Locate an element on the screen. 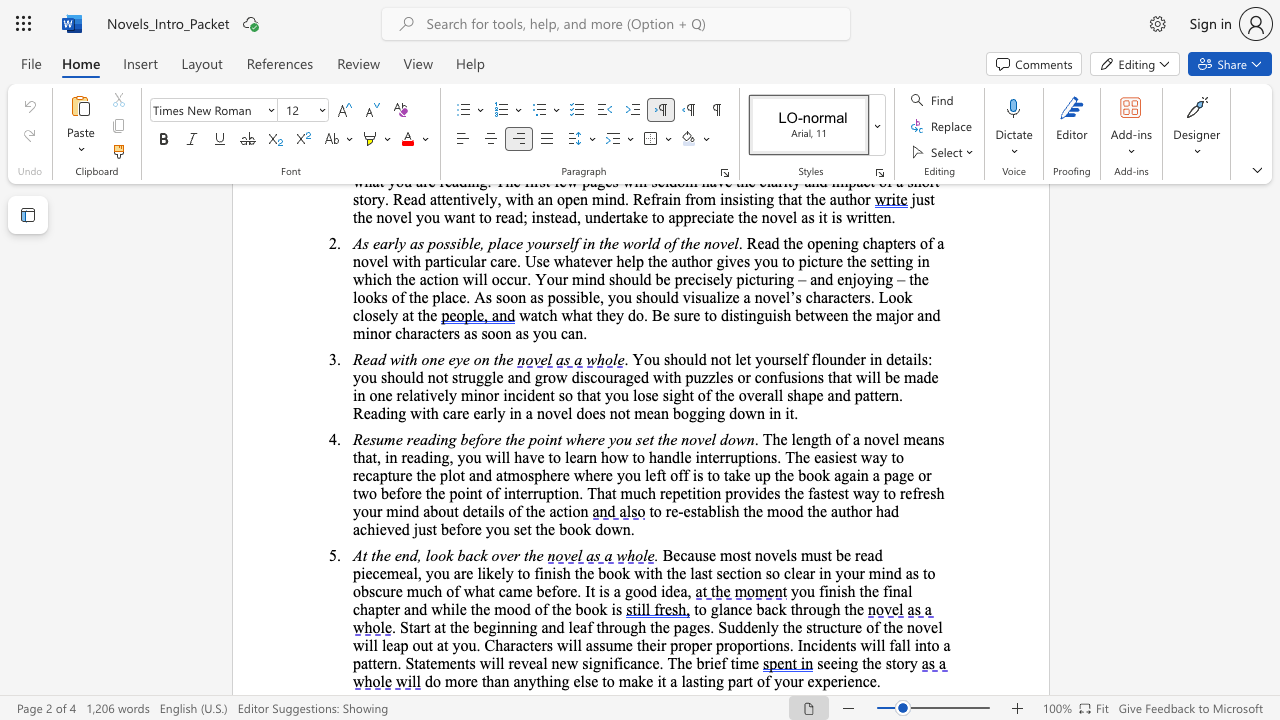 This screenshot has width=1280, height=720. the subset text "th" within the text "to glance back through the" is located at coordinates (844, 608).